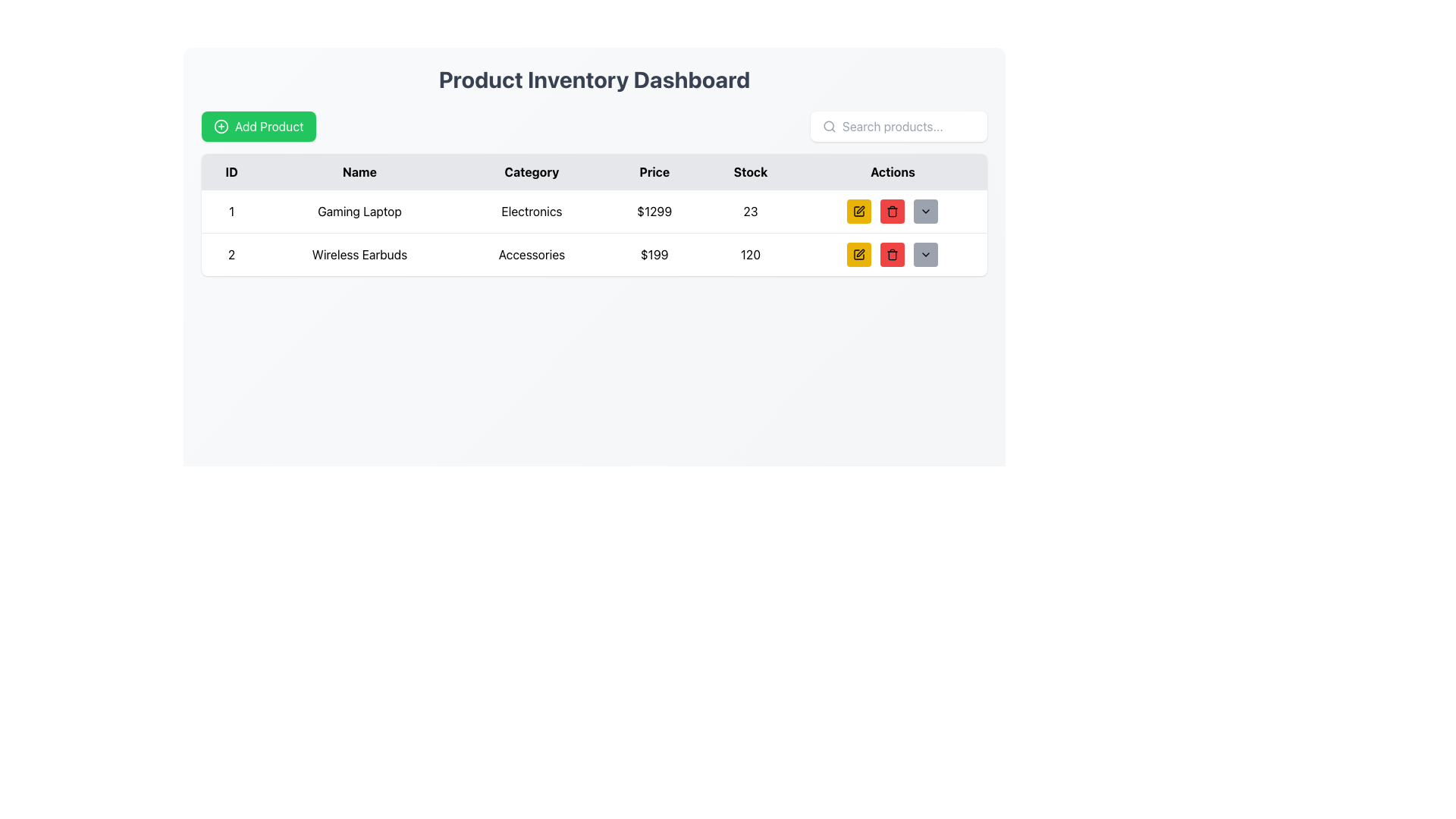 The image size is (1456, 819). Describe the element at coordinates (893, 255) in the screenshot. I see `the trash can icon button located in the second row of the 'Actions' column to initiate a delete action` at that location.